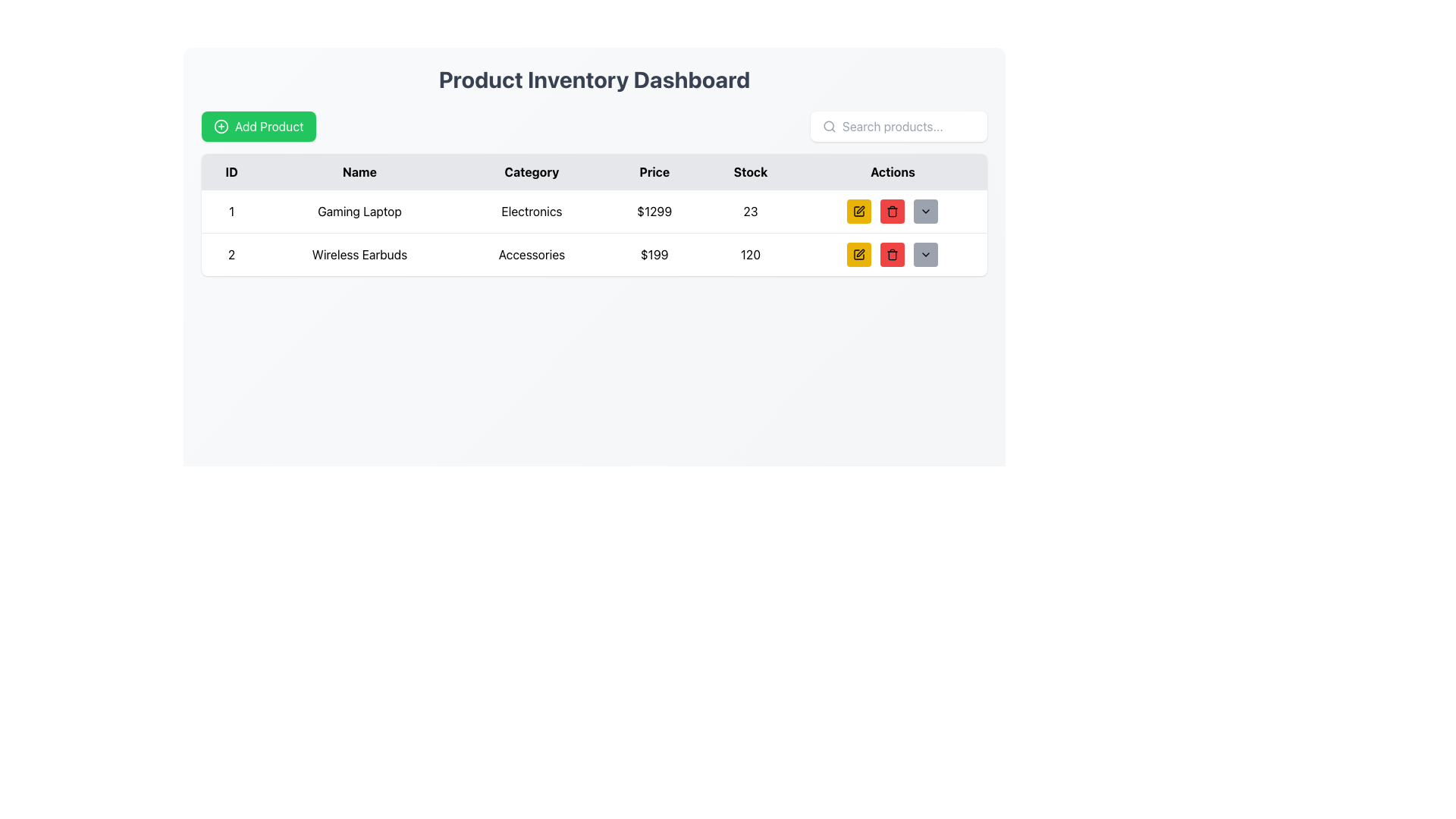 The image size is (1456, 819). Describe the element at coordinates (893, 255) in the screenshot. I see `the trash can icon button located in the second row of the 'Actions' column to initiate a delete action` at that location.